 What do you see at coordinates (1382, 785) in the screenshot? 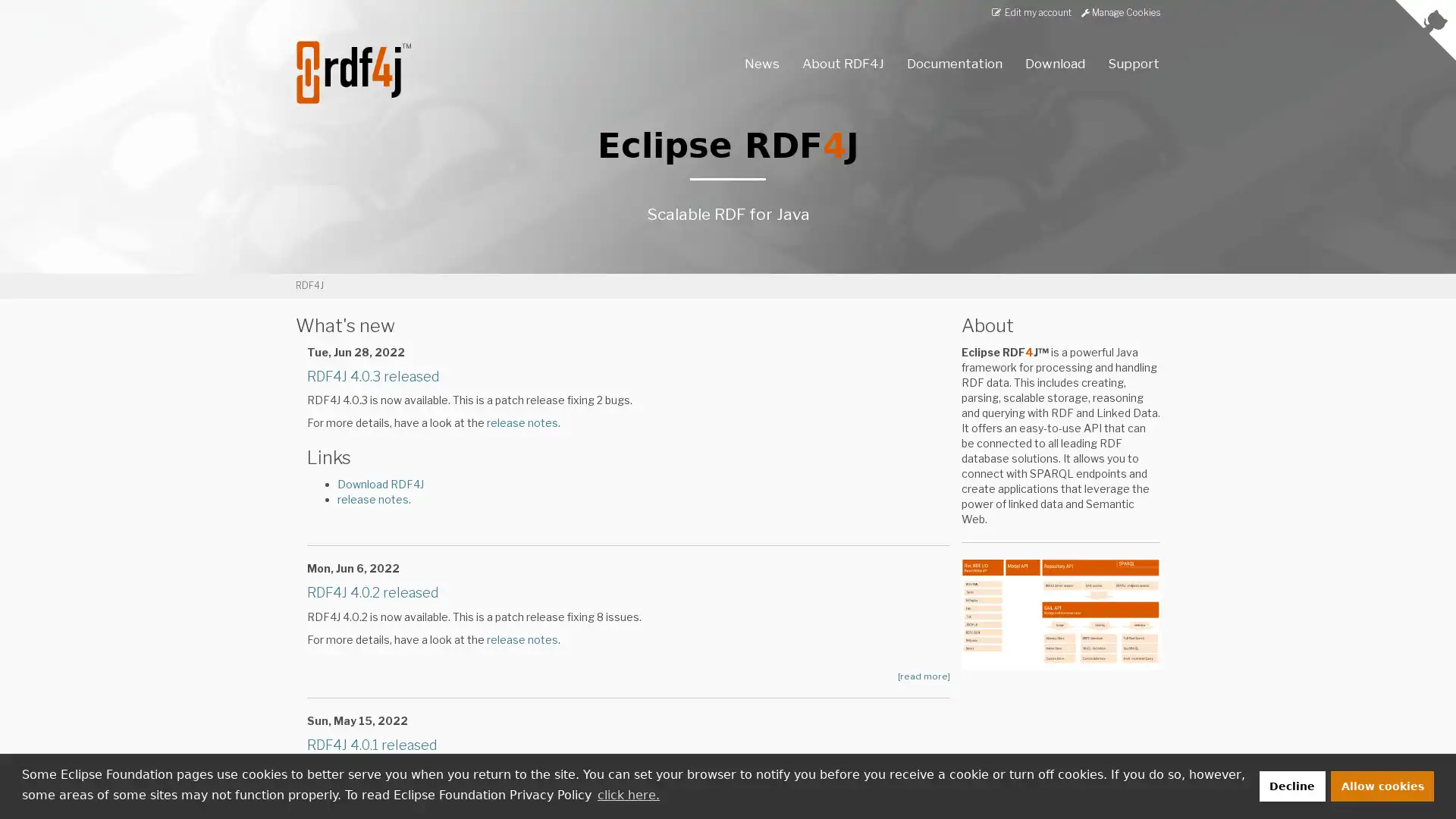
I see `allow cookies` at bounding box center [1382, 785].